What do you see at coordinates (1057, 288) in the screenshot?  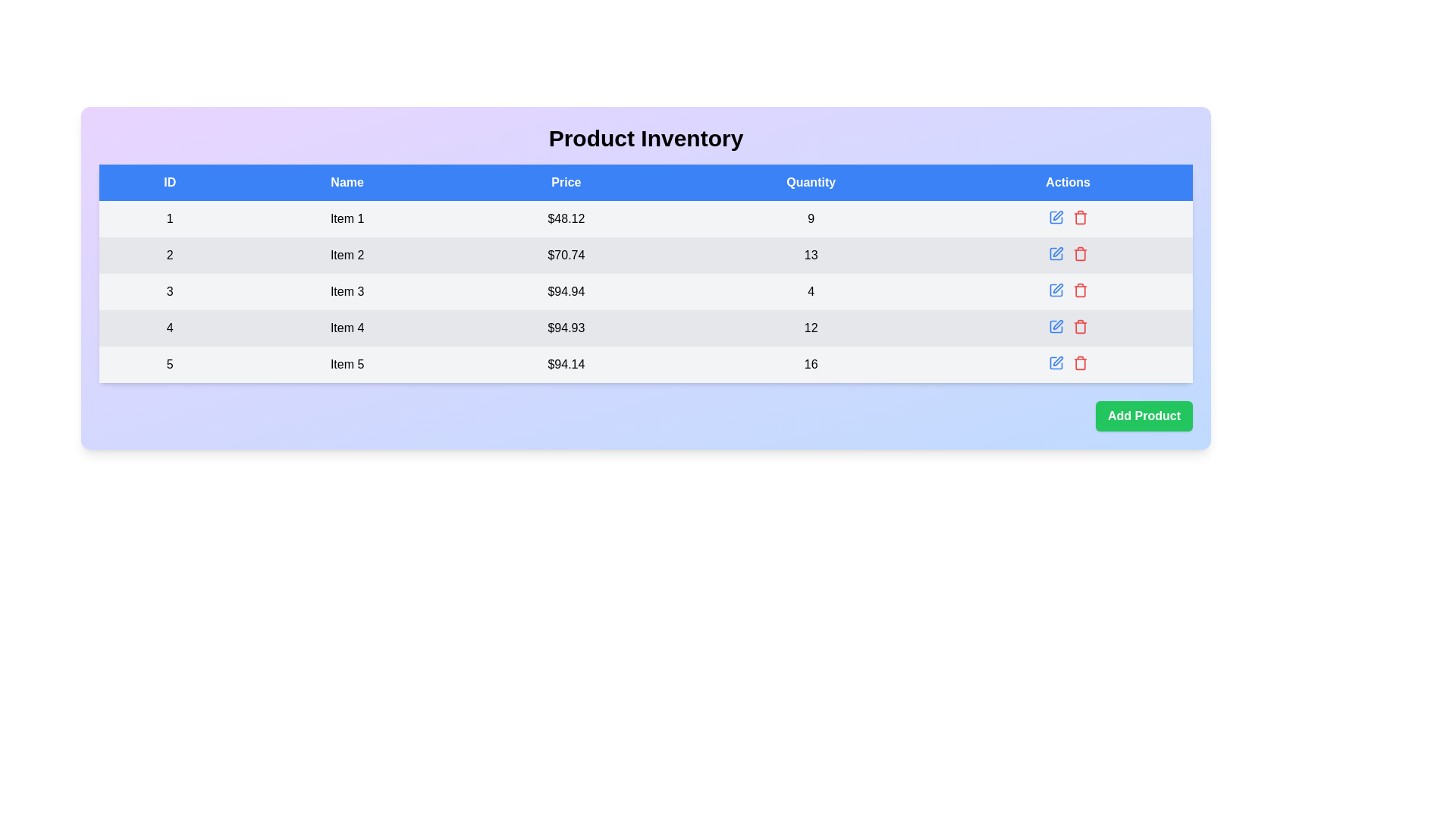 I see `the edit icon button located in the second position of the 'Actions' column in the fourth row to initiate the editing function` at bounding box center [1057, 288].